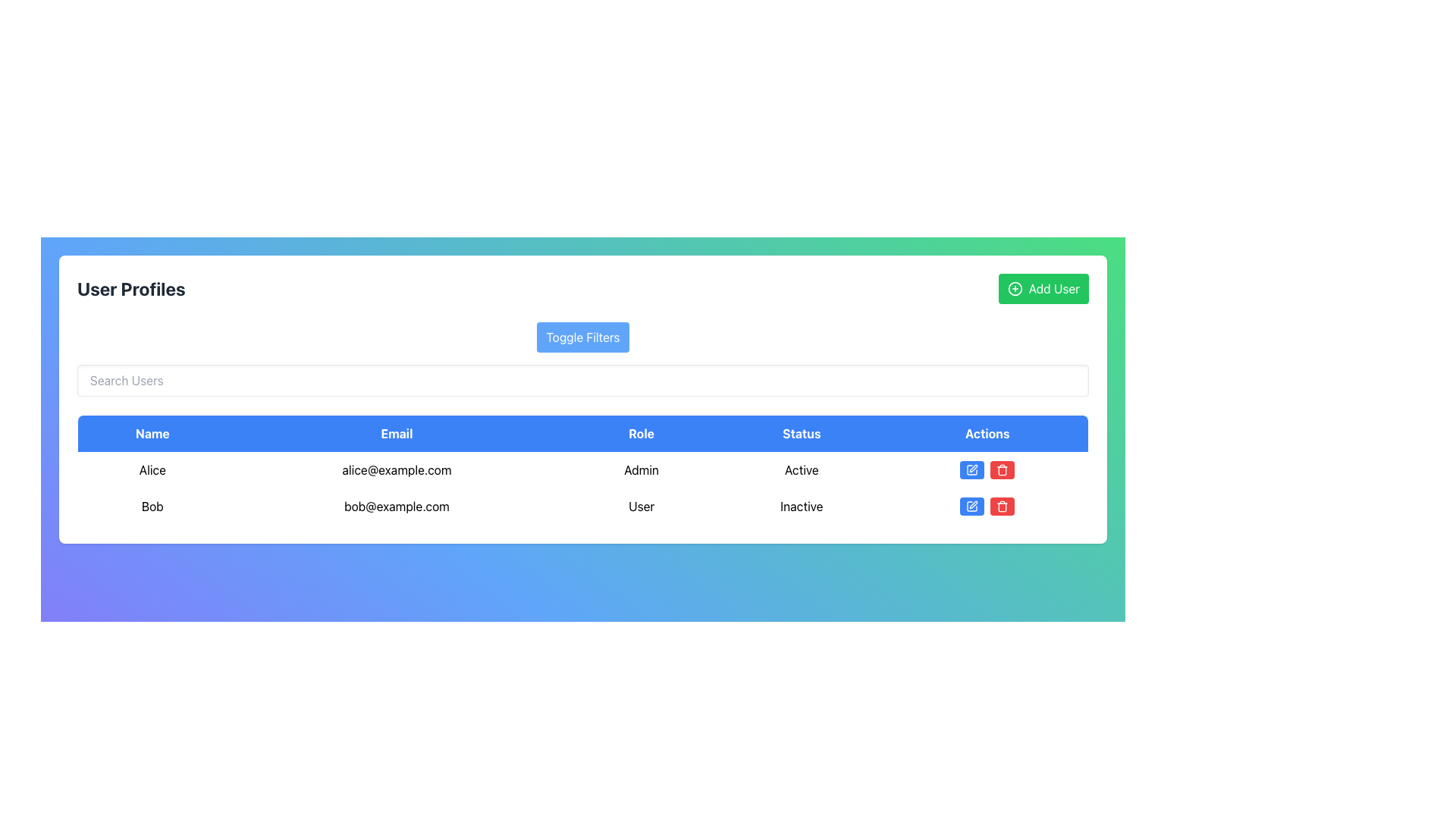 The width and height of the screenshot is (1456, 819). Describe the element at coordinates (152, 507) in the screenshot. I see `the text label displaying 'Bob' in the 'Name' column of the user table, located in the second row above the email 'bob@example.com'` at that location.